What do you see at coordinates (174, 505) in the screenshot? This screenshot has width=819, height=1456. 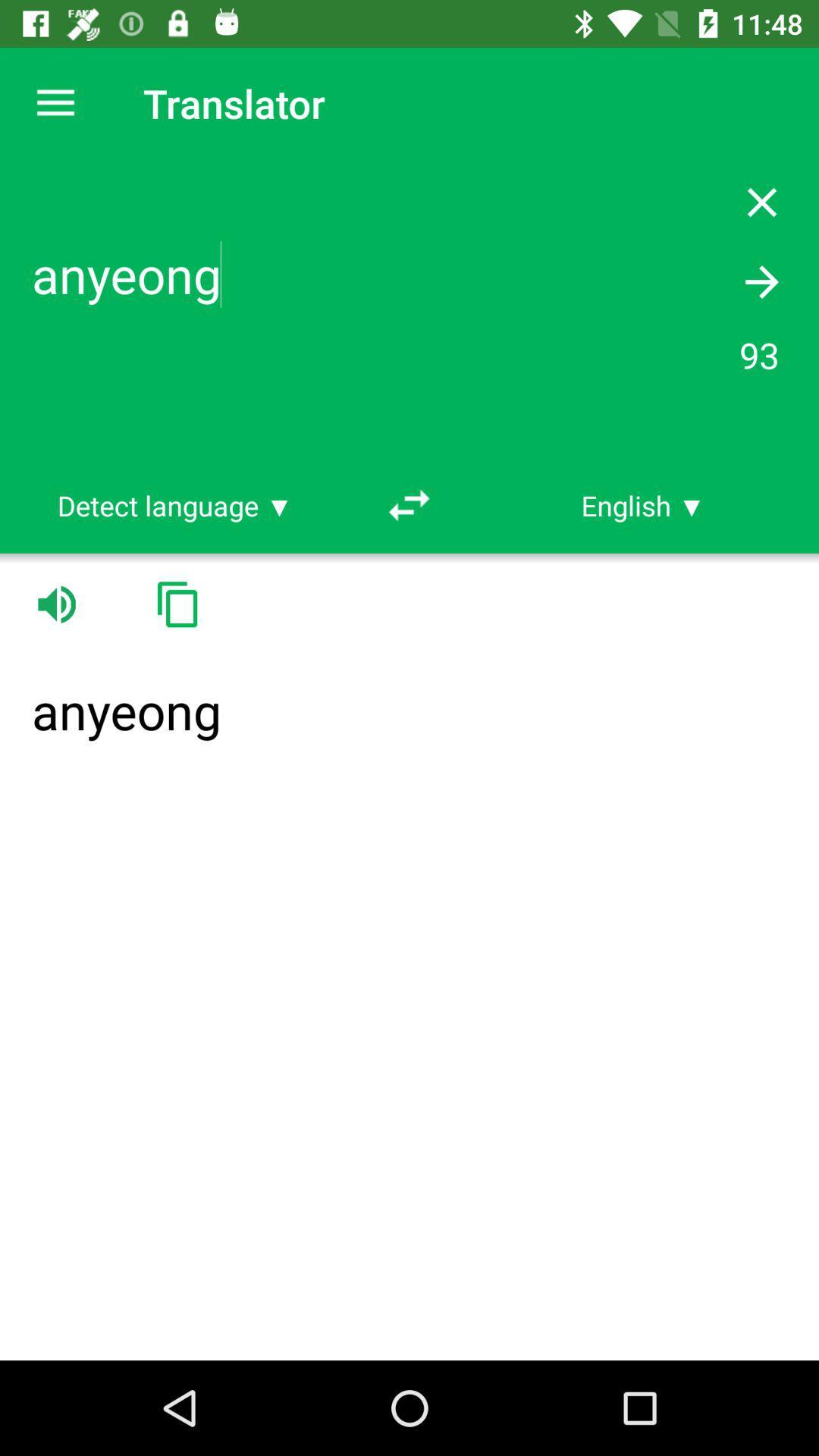 I see `item below the anyeong` at bounding box center [174, 505].